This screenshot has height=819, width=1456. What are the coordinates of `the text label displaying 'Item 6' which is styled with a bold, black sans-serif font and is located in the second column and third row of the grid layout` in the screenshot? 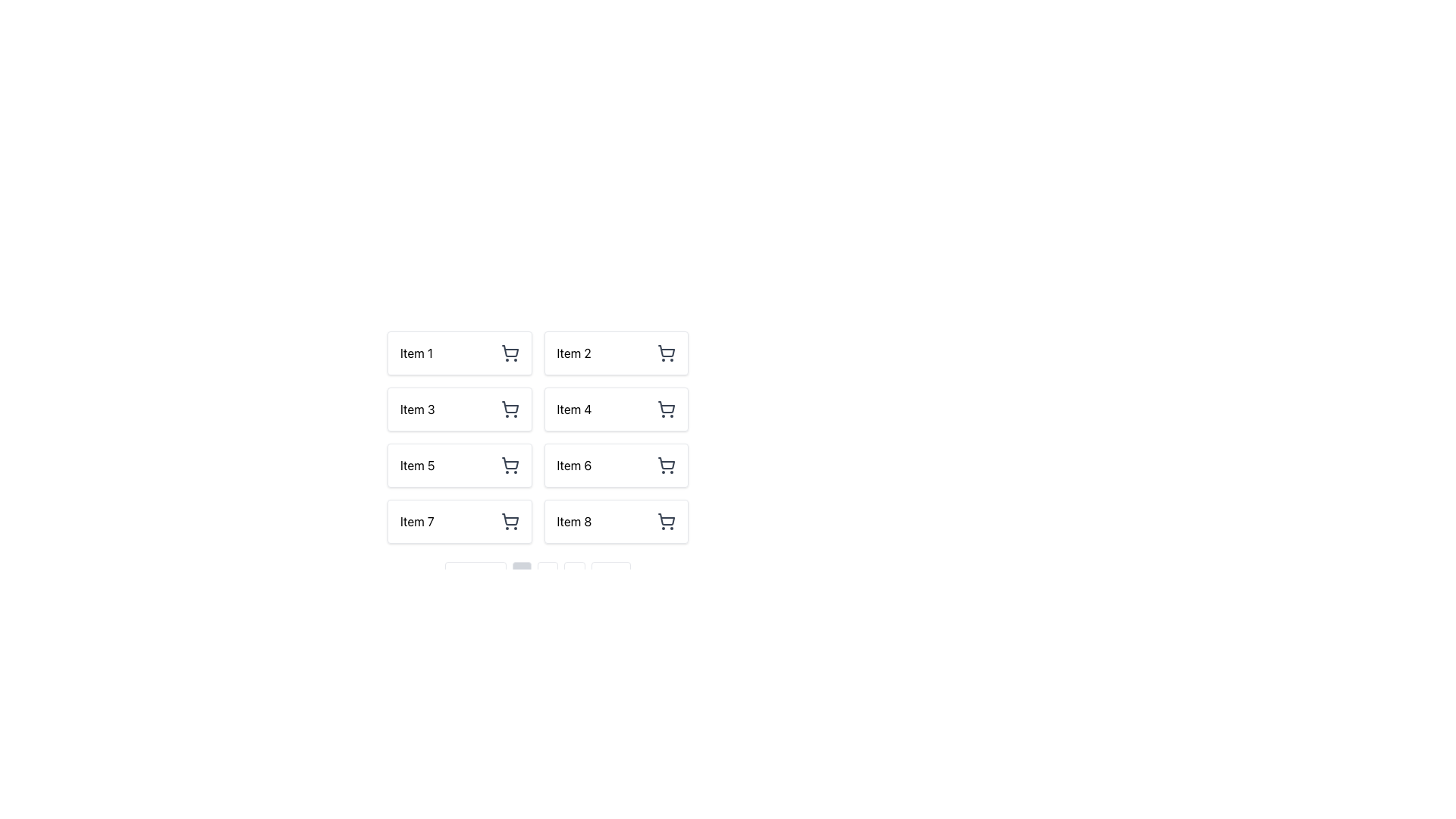 It's located at (573, 464).